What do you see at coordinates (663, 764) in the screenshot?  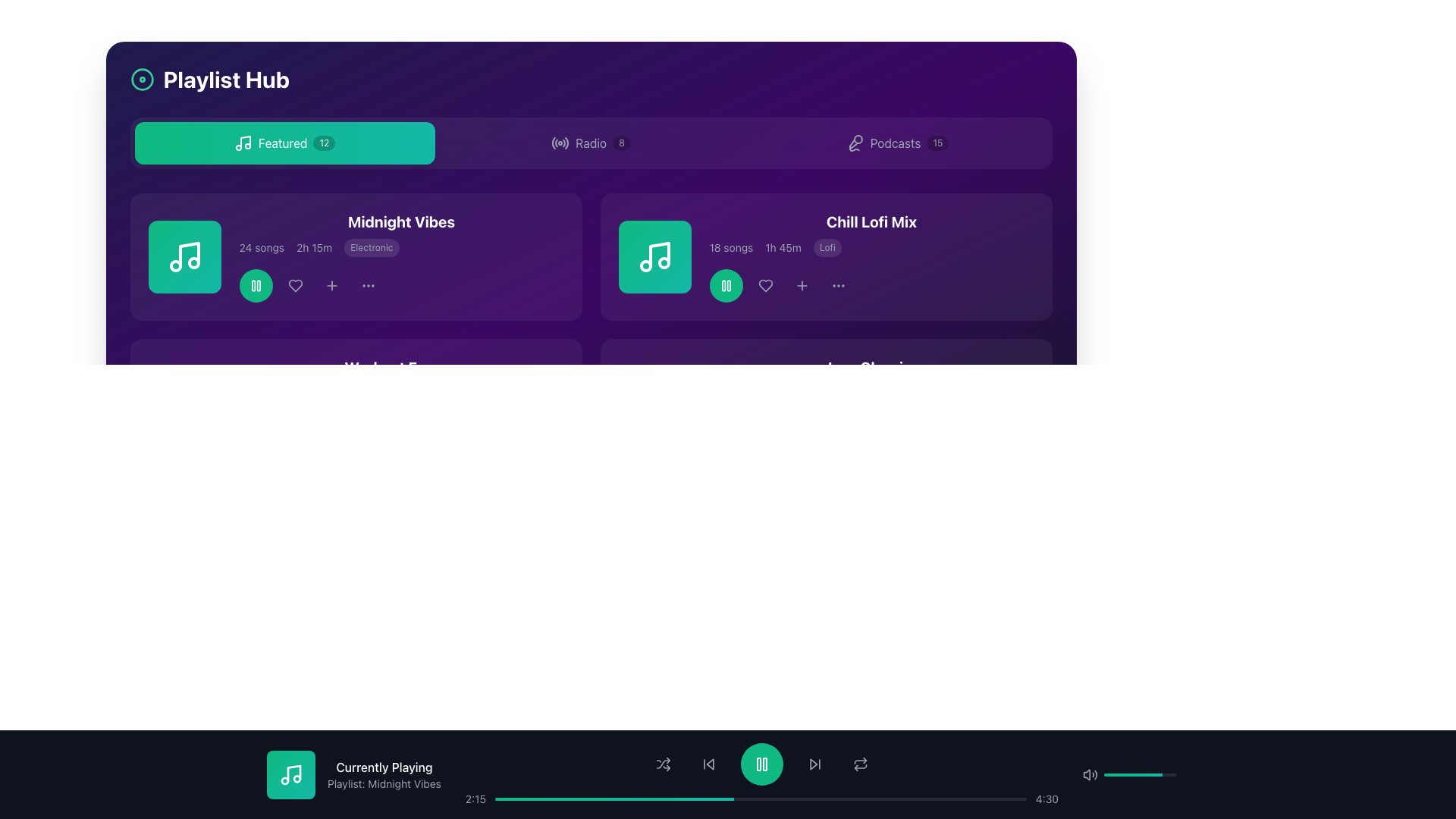 I see `the shuffle IconButton located in the bottom control toolbar` at bounding box center [663, 764].